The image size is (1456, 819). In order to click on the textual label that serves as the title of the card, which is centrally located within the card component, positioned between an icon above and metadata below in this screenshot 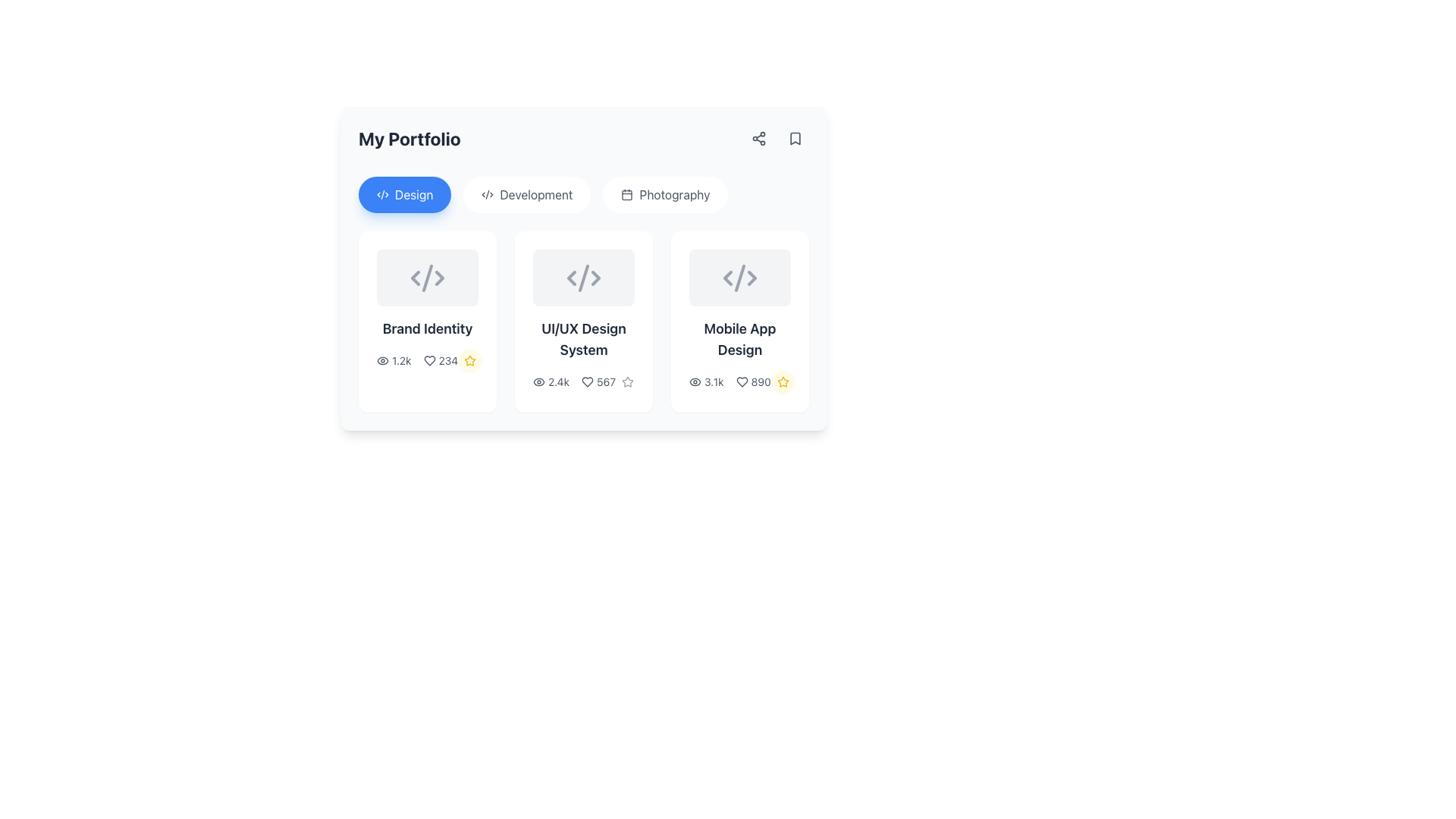, I will do `click(427, 328)`.